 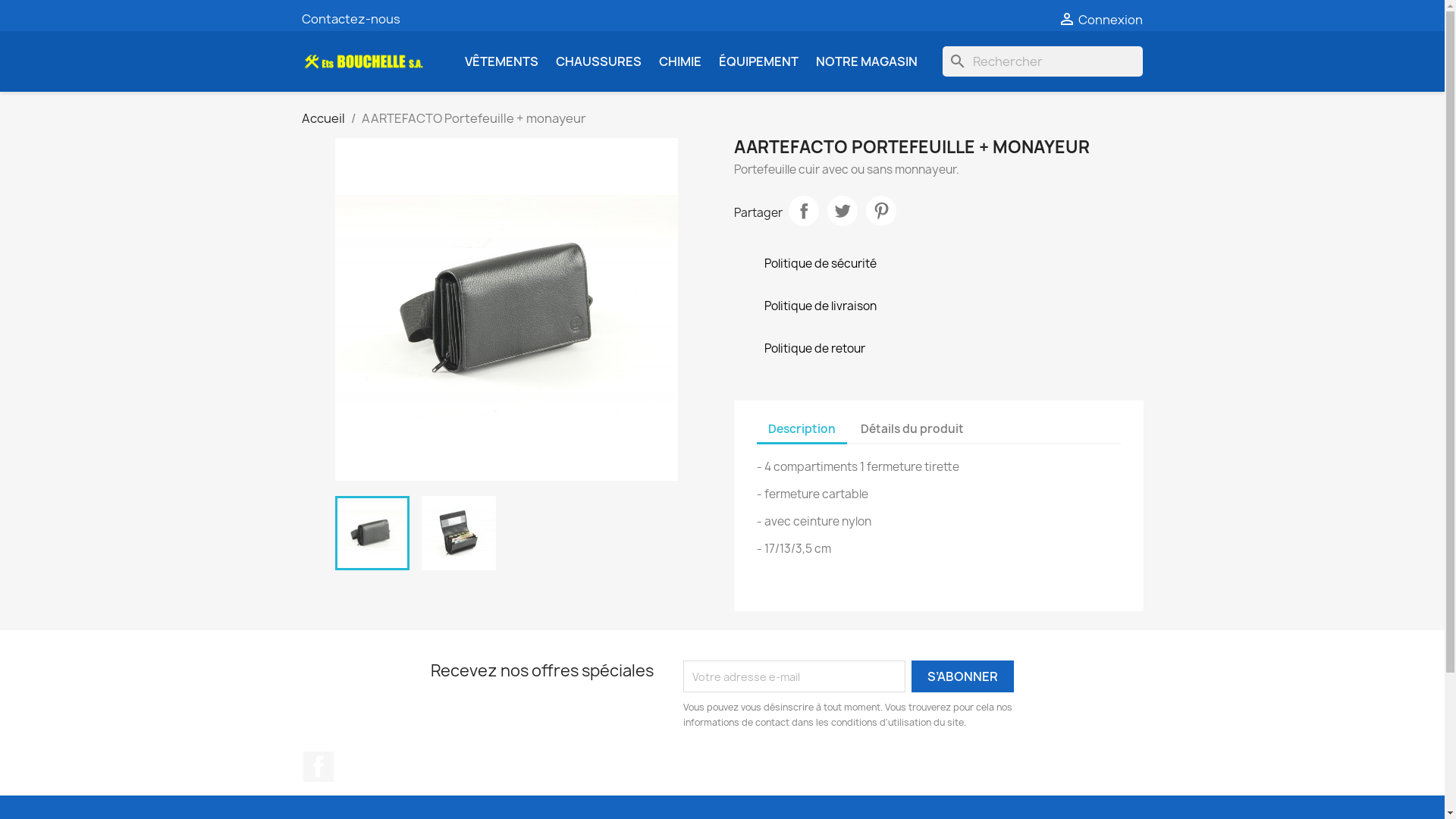 What do you see at coordinates (840, 210) in the screenshot?
I see `'Tweet'` at bounding box center [840, 210].